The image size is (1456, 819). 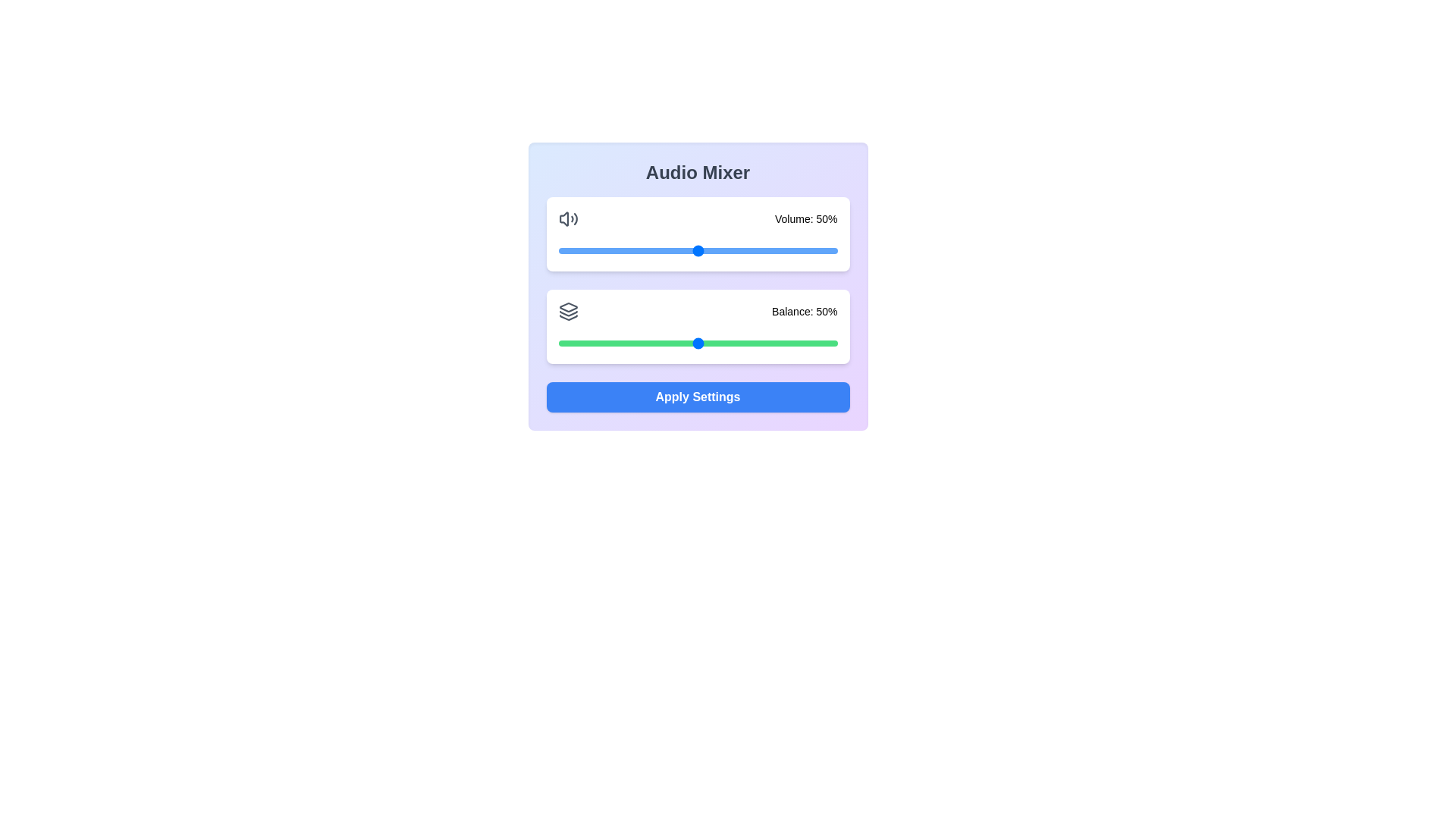 What do you see at coordinates (677, 343) in the screenshot?
I see `the balance to 43% by interacting with the slider` at bounding box center [677, 343].